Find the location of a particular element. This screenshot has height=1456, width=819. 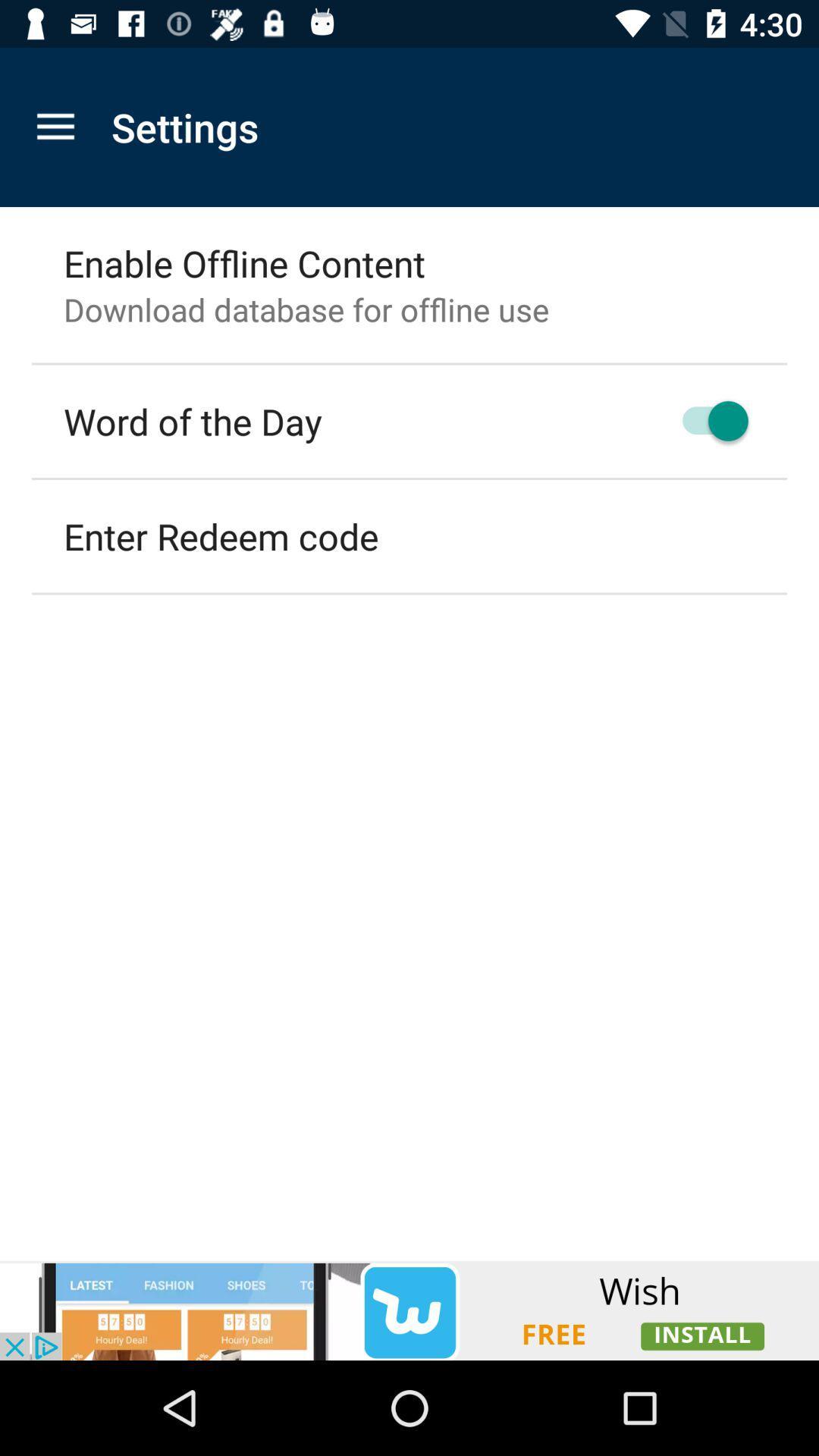

open wish advertisement is located at coordinates (409, 1310).